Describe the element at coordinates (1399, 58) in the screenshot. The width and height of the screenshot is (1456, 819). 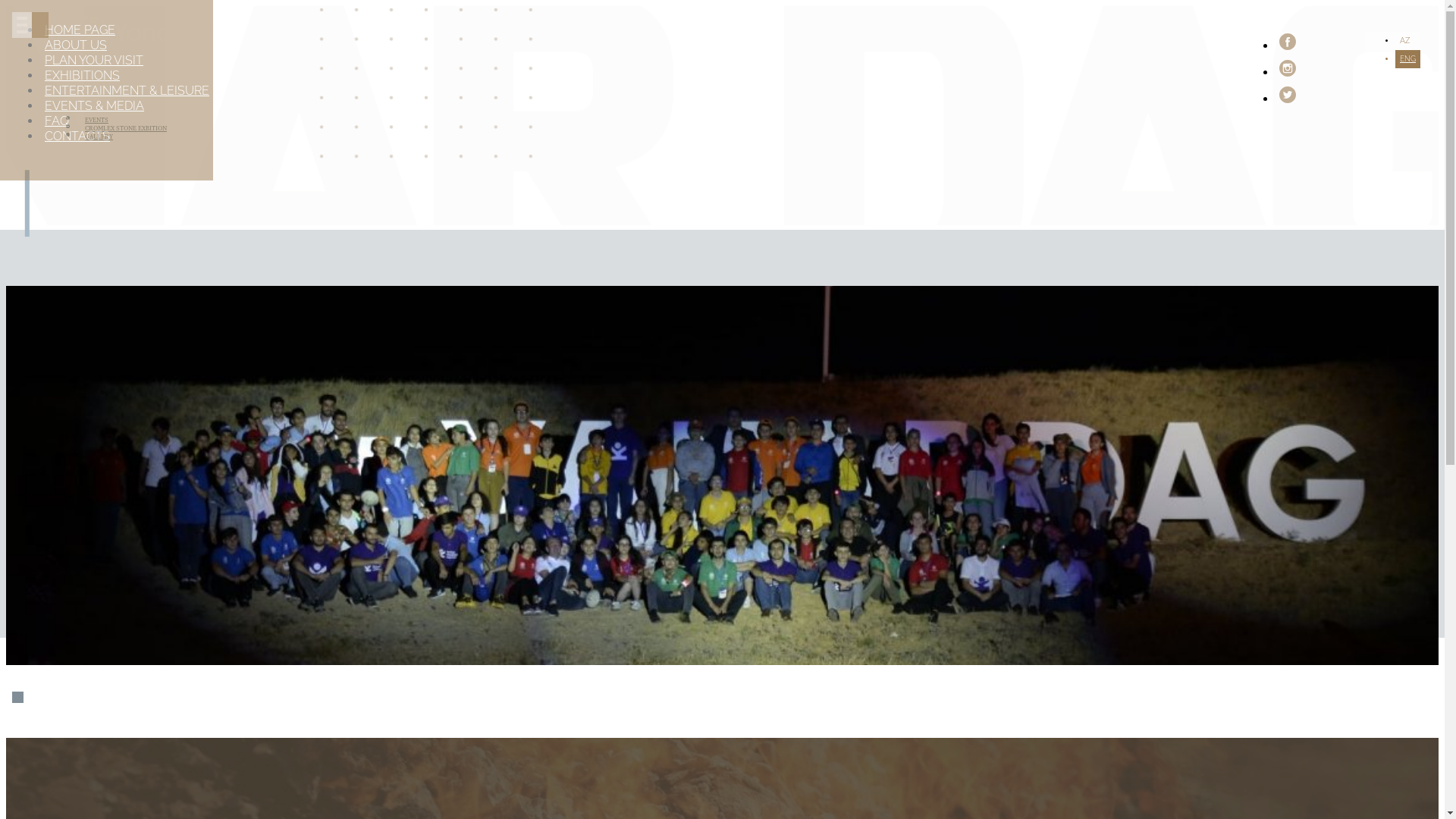
I see `'ENG'` at that location.